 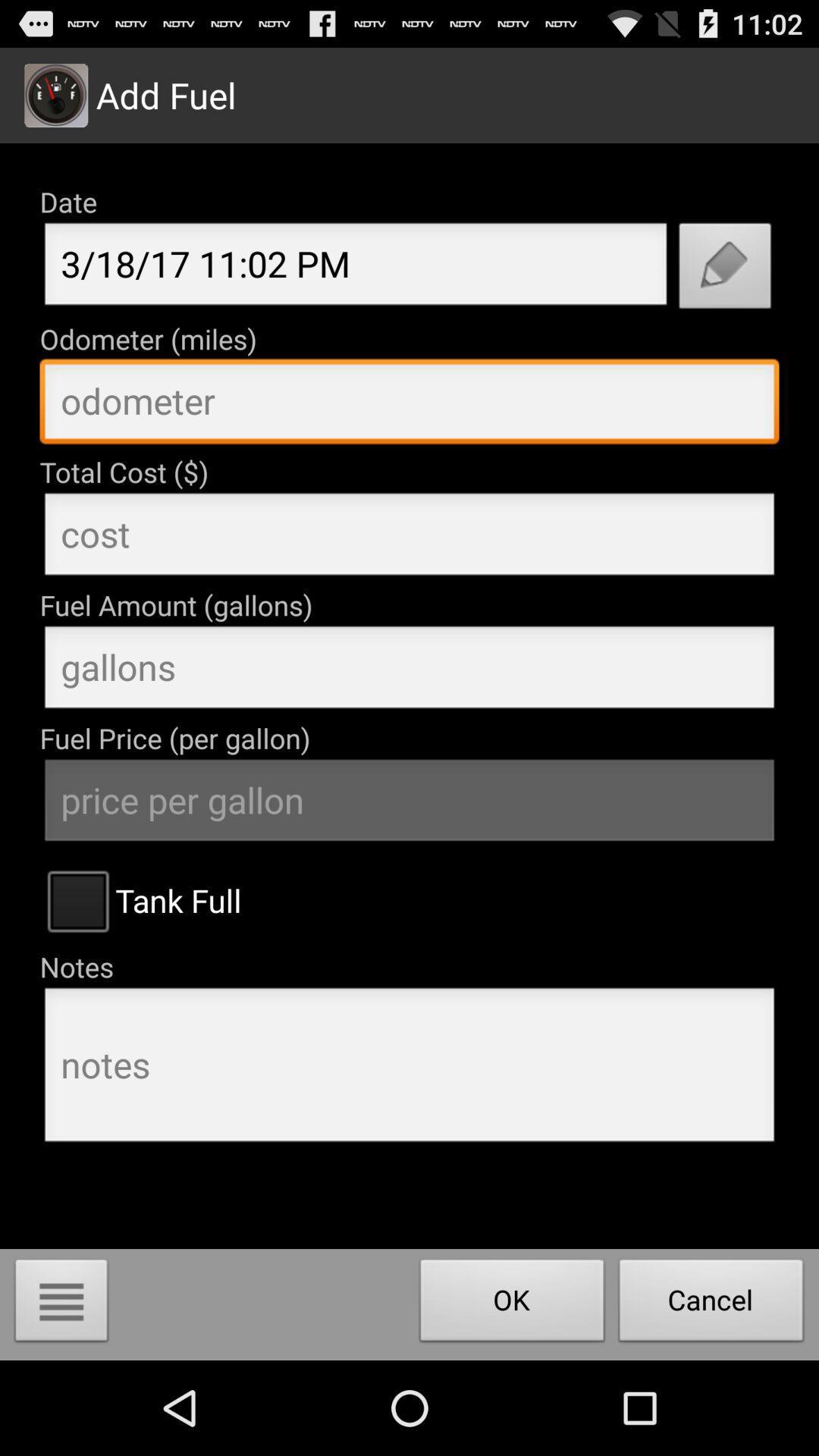 What do you see at coordinates (409, 538) in the screenshot?
I see `space for price` at bounding box center [409, 538].